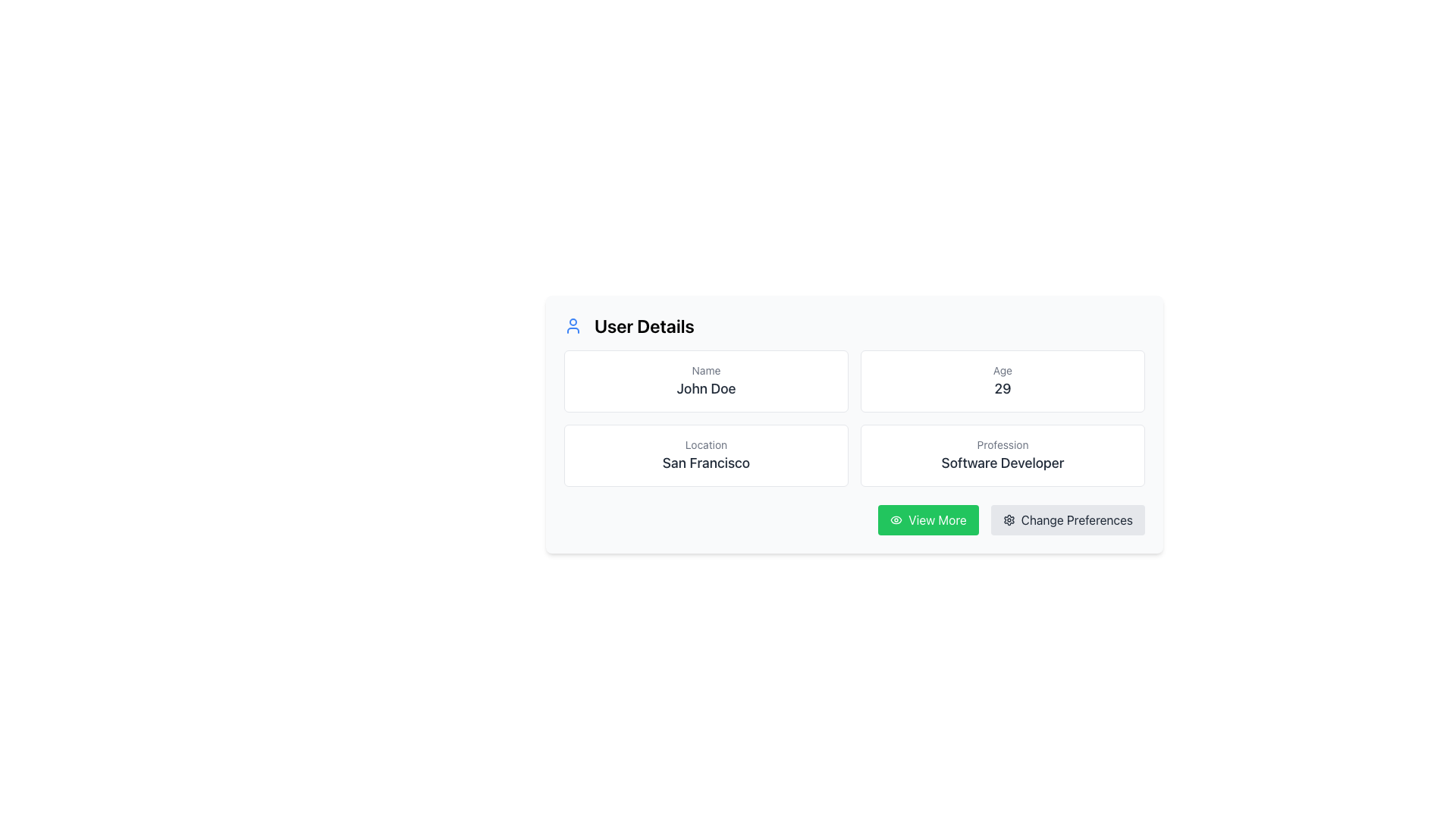  Describe the element at coordinates (705, 371) in the screenshot. I see `the static text label displaying 'Name' which is located at the top of a box in a grid layout containing user details` at that location.